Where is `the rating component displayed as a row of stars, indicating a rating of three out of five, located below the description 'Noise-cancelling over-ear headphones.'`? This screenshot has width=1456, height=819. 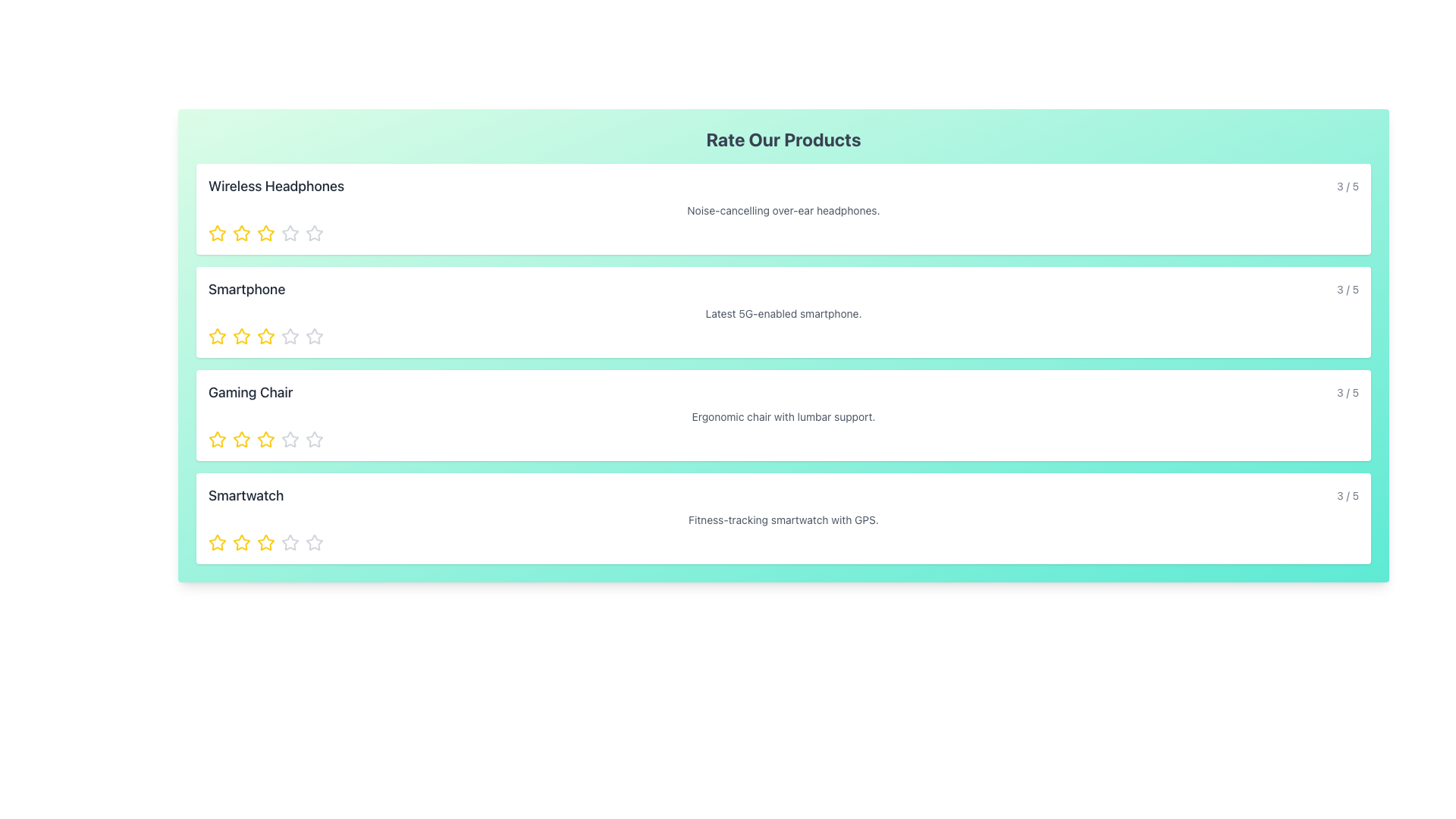 the rating component displayed as a row of stars, indicating a rating of three out of five, located below the description 'Noise-cancelling over-ear headphones.' is located at coordinates (783, 234).